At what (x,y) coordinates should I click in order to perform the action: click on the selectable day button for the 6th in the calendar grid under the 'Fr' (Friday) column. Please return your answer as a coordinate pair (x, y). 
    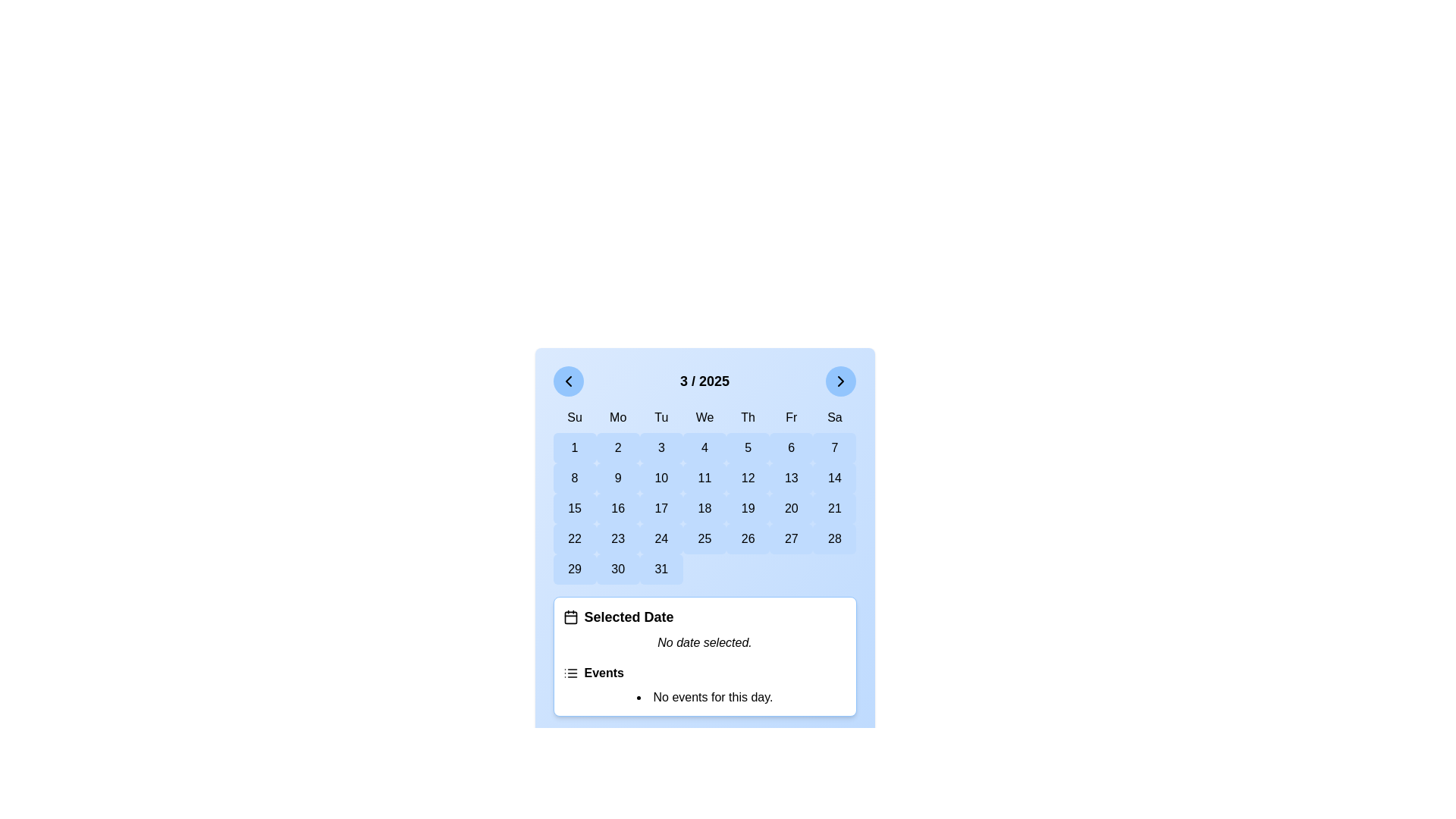
    Looking at the image, I should click on (790, 447).